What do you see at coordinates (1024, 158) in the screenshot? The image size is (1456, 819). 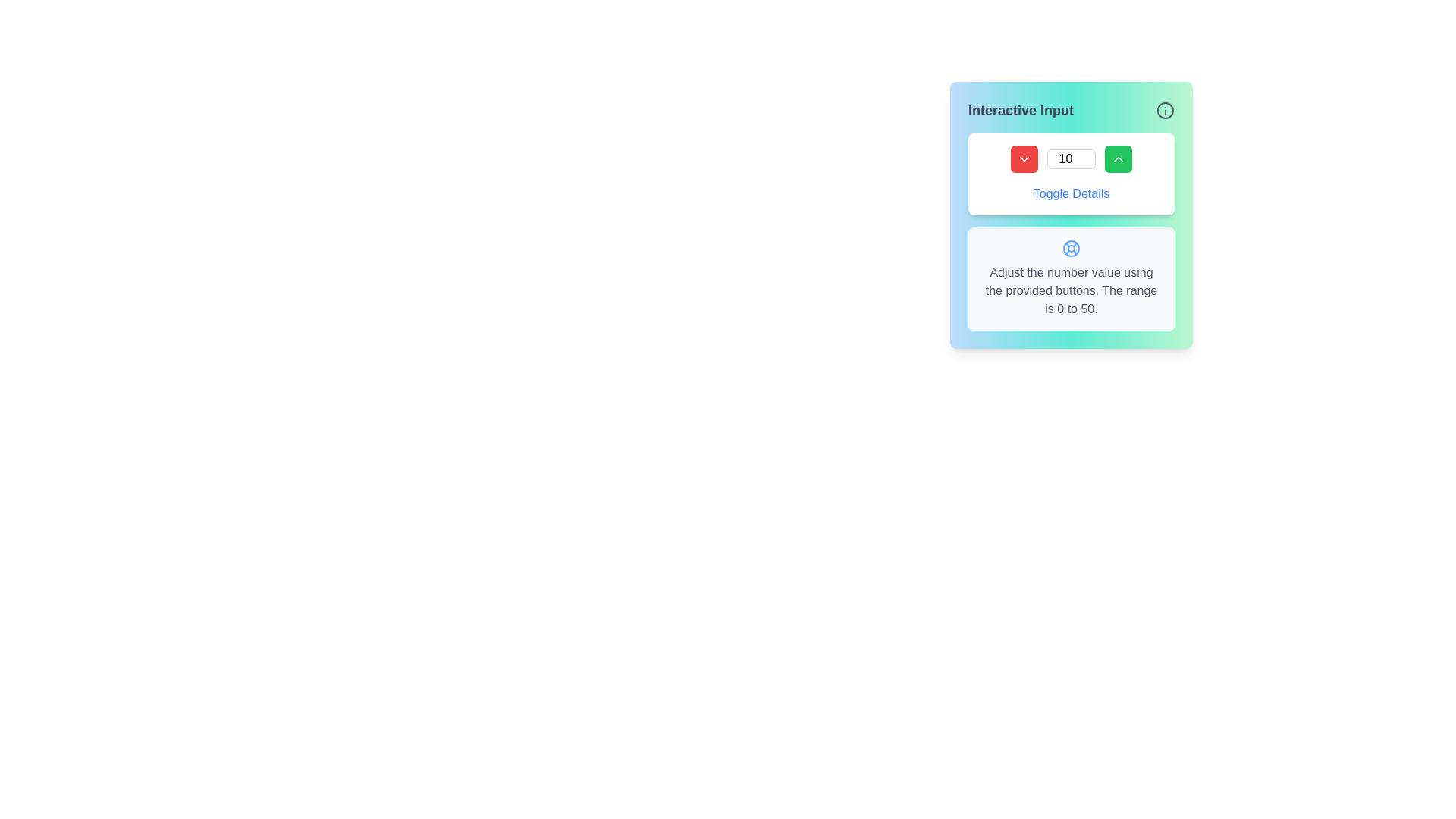 I see `the button that decreases the numerical value displayed in the adjacent input field, located to the left of the input field and a green button` at bounding box center [1024, 158].